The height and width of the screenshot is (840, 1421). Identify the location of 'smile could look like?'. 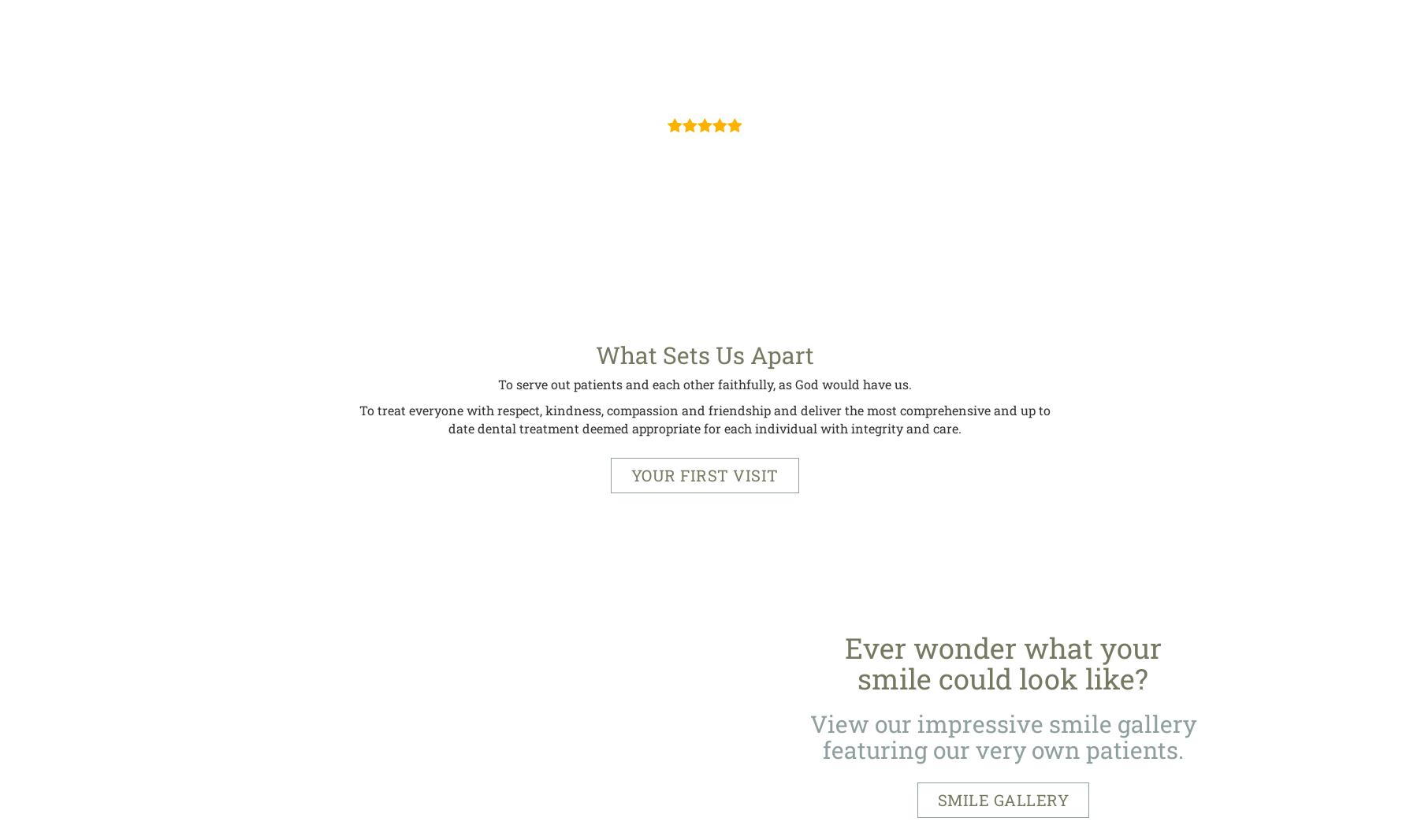
(1003, 678).